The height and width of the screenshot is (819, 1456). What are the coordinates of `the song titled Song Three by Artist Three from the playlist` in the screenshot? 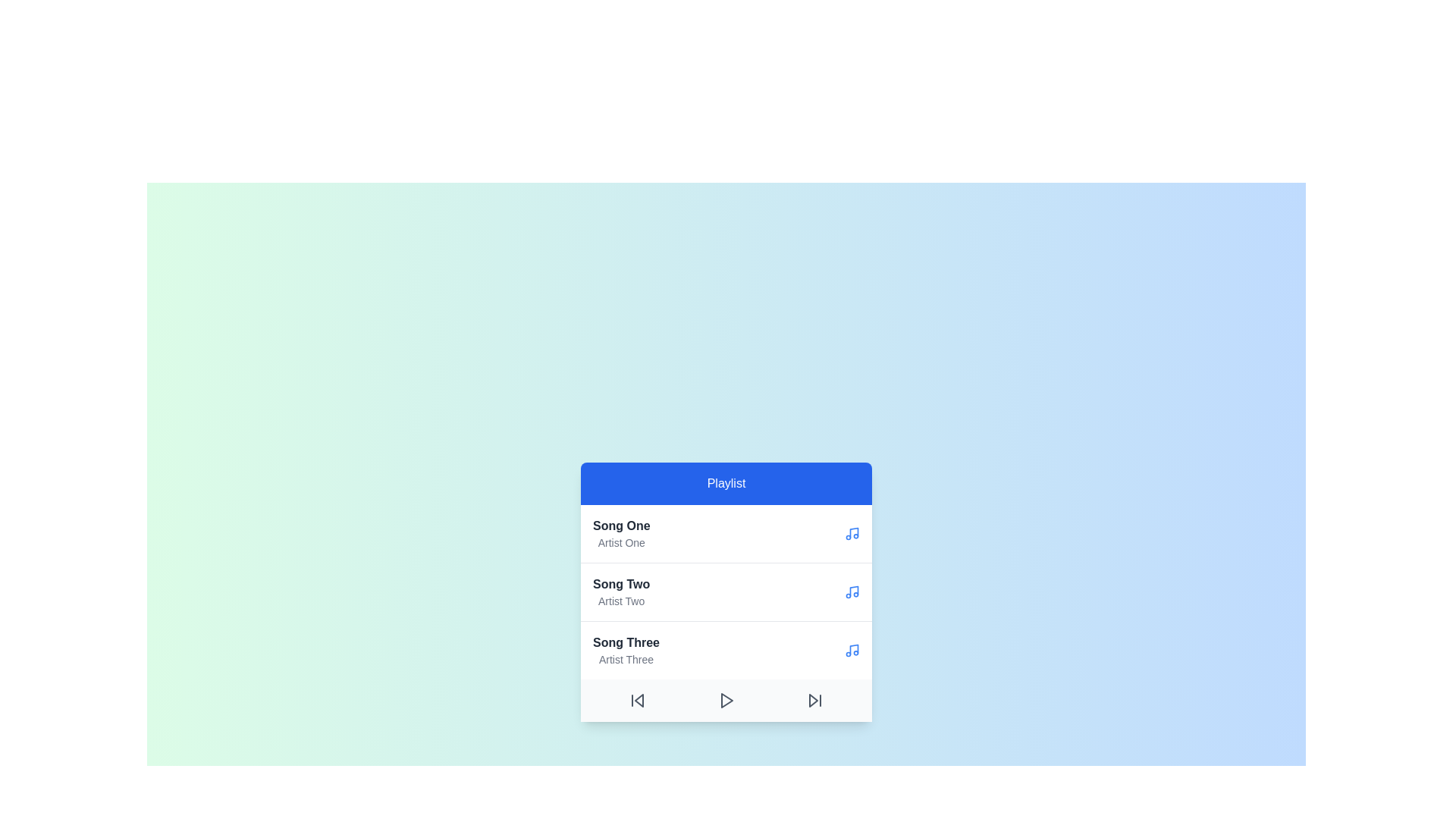 It's located at (626, 649).